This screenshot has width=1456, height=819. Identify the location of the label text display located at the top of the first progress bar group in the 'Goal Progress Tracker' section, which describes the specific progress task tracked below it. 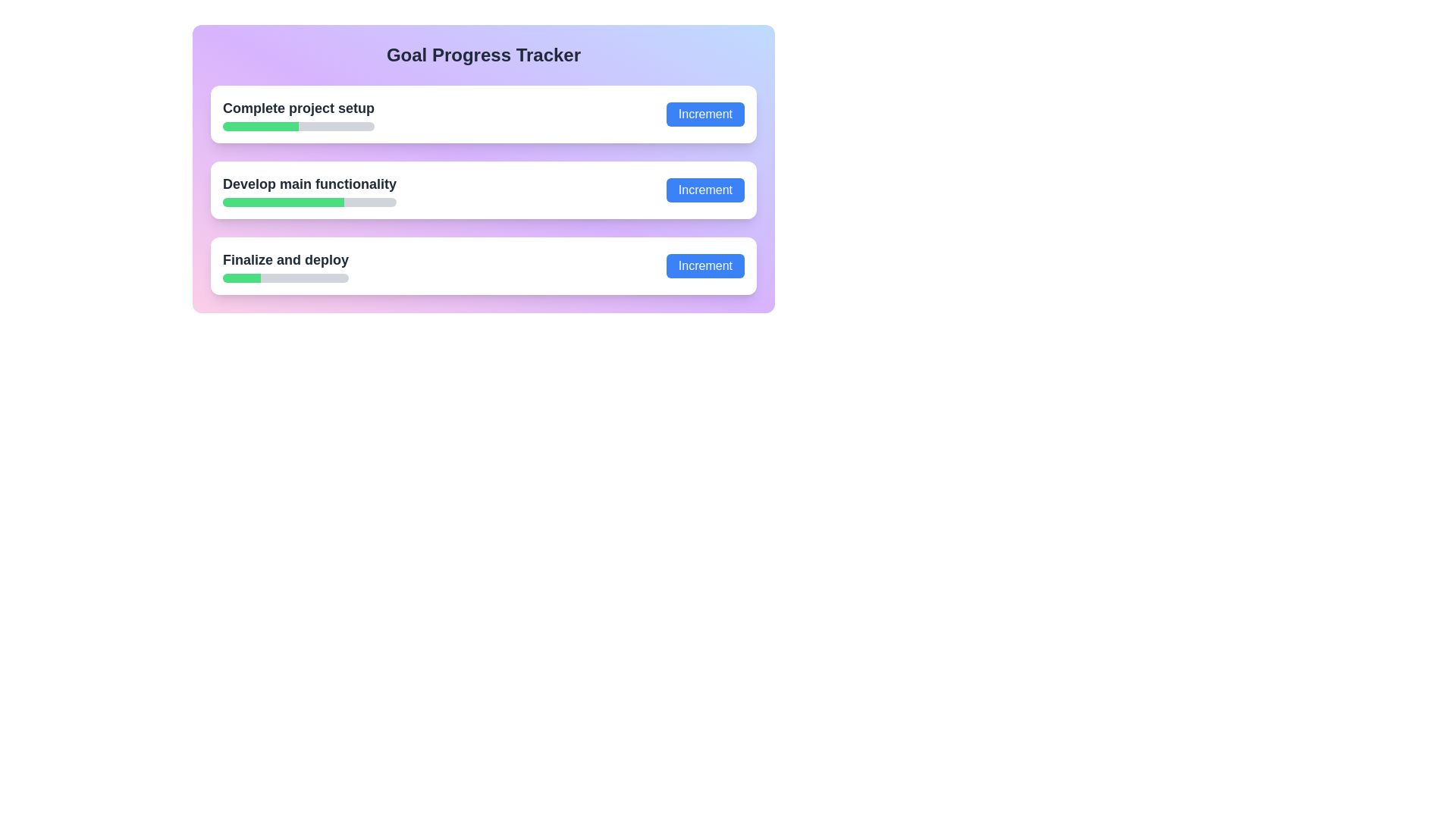
(298, 107).